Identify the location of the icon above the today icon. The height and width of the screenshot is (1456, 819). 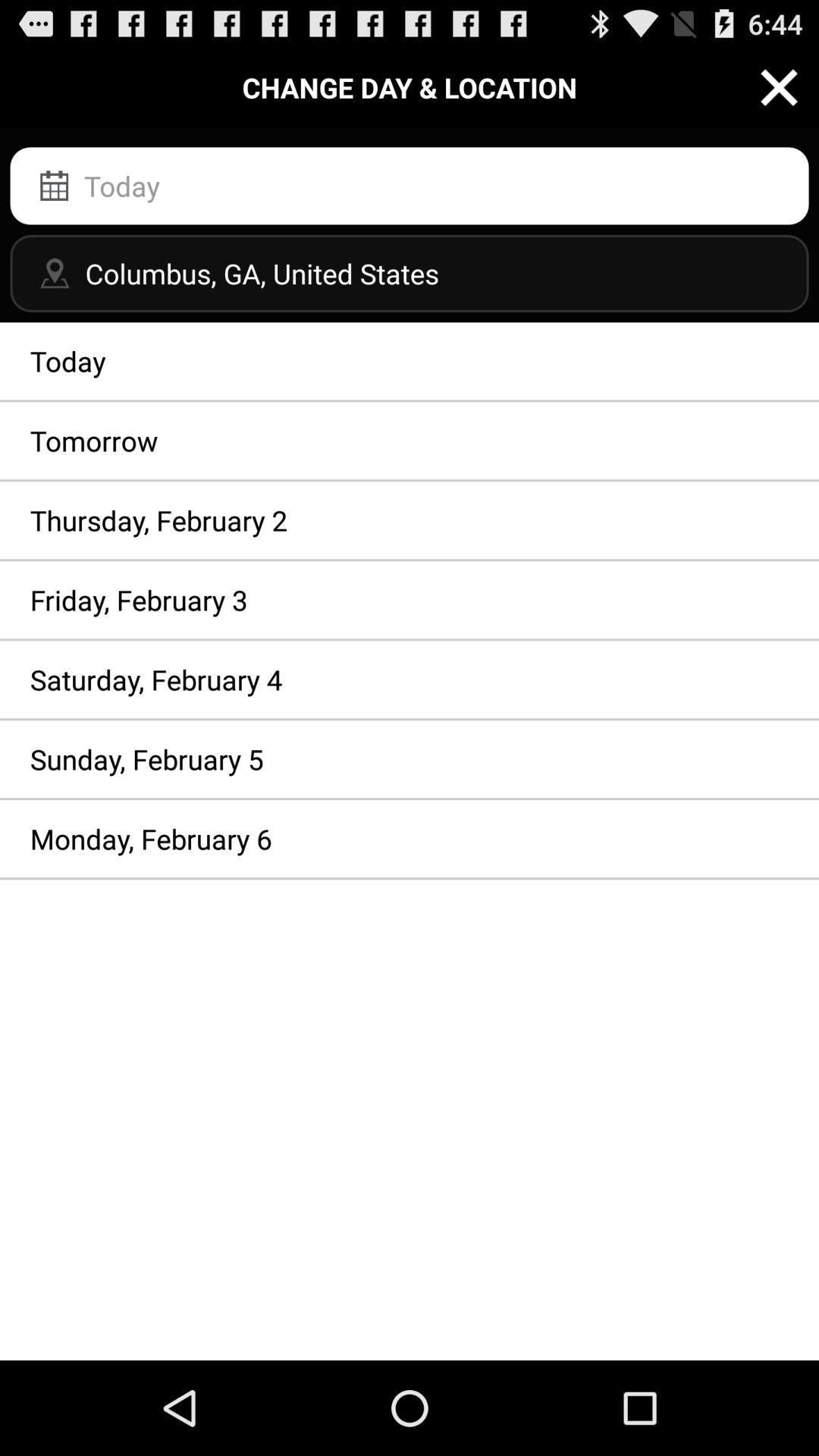
(409, 273).